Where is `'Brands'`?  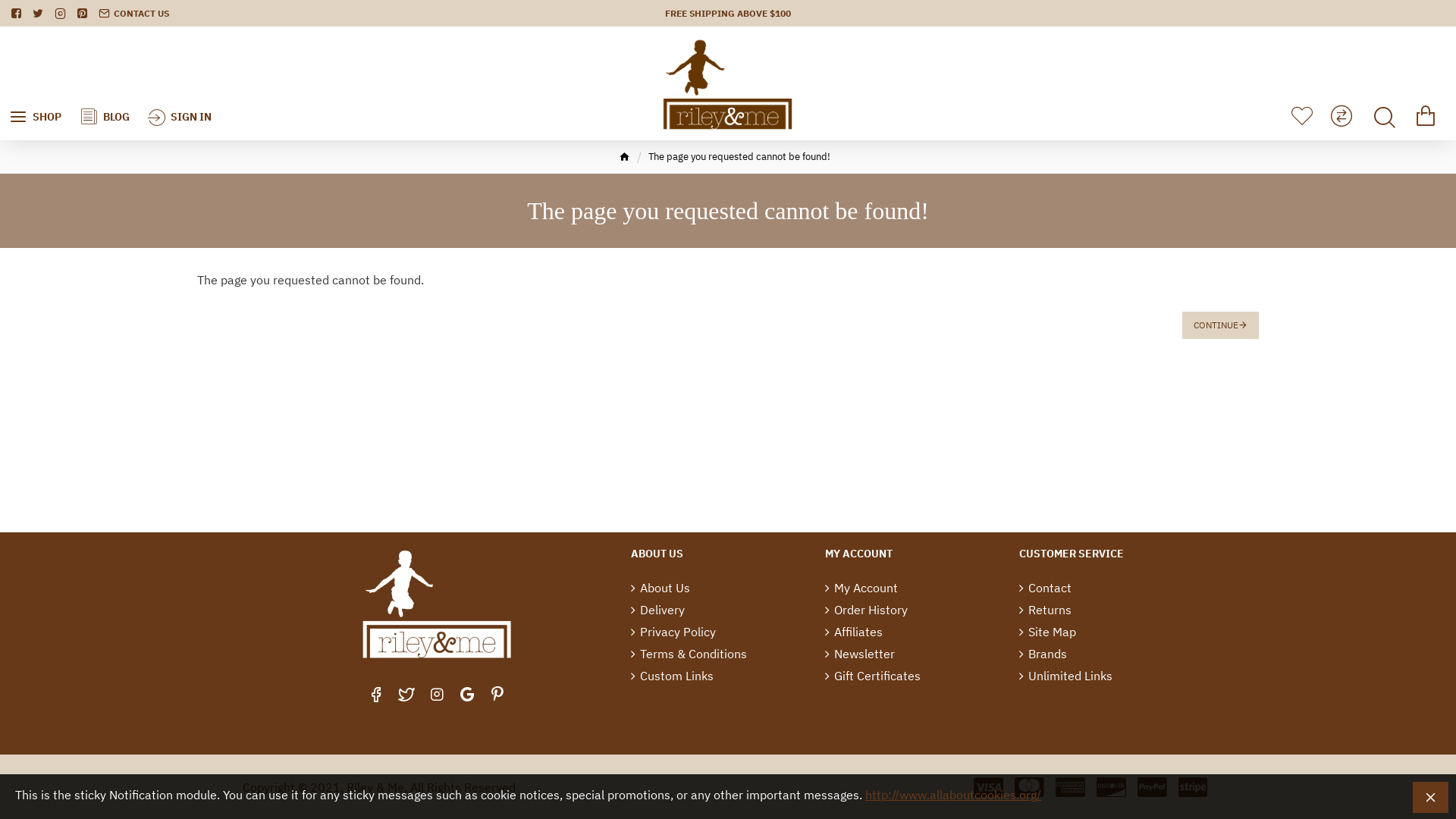 'Brands' is located at coordinates (1042, 654).